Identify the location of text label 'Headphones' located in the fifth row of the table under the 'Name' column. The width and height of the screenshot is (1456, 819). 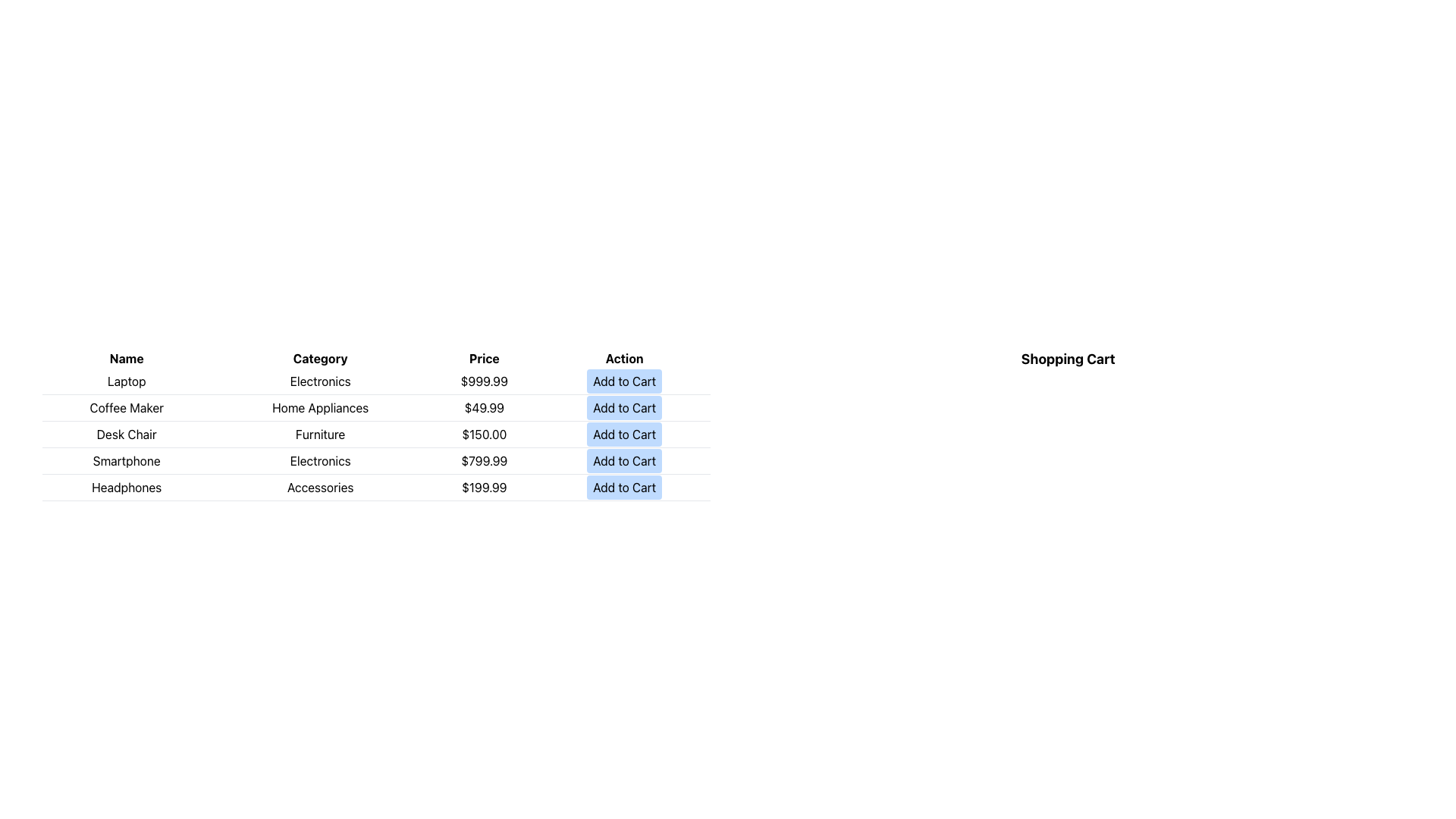
(127, 488).